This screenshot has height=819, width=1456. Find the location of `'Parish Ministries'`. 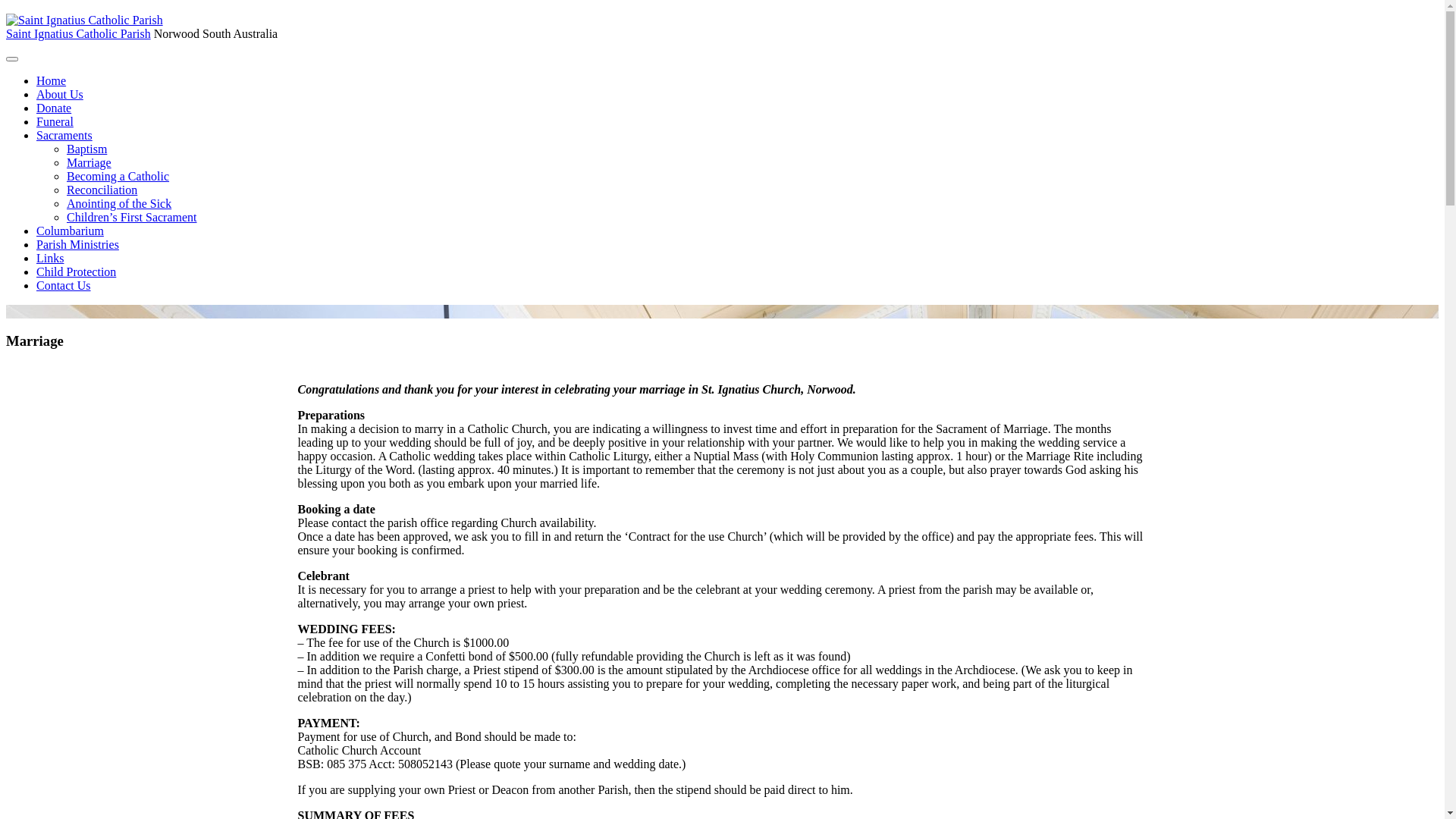

'Parish Ministries' is located at coordinates (77, 243).